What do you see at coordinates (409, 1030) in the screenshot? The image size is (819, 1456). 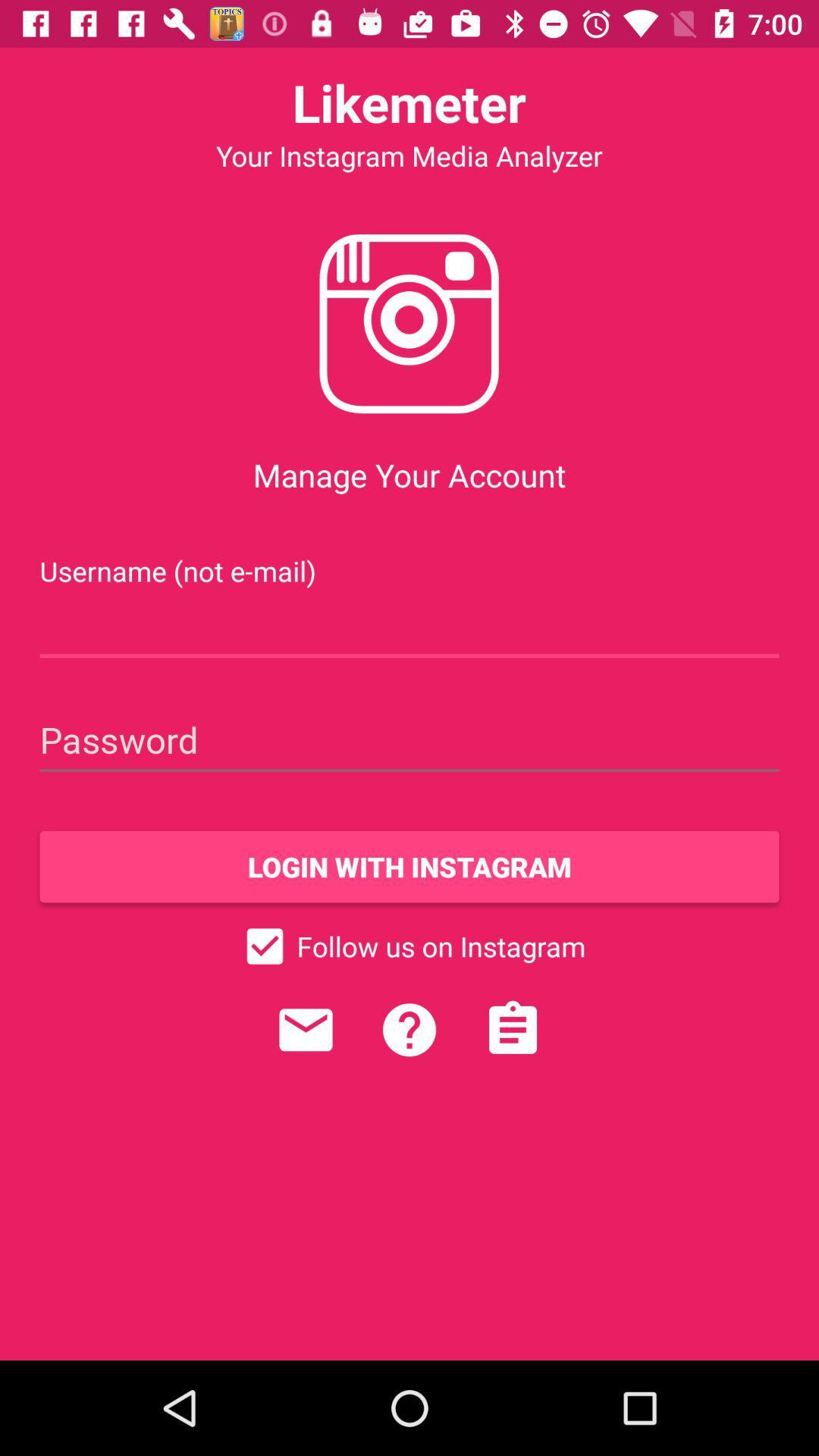 I see `help` at bounding box center [409, 1030].